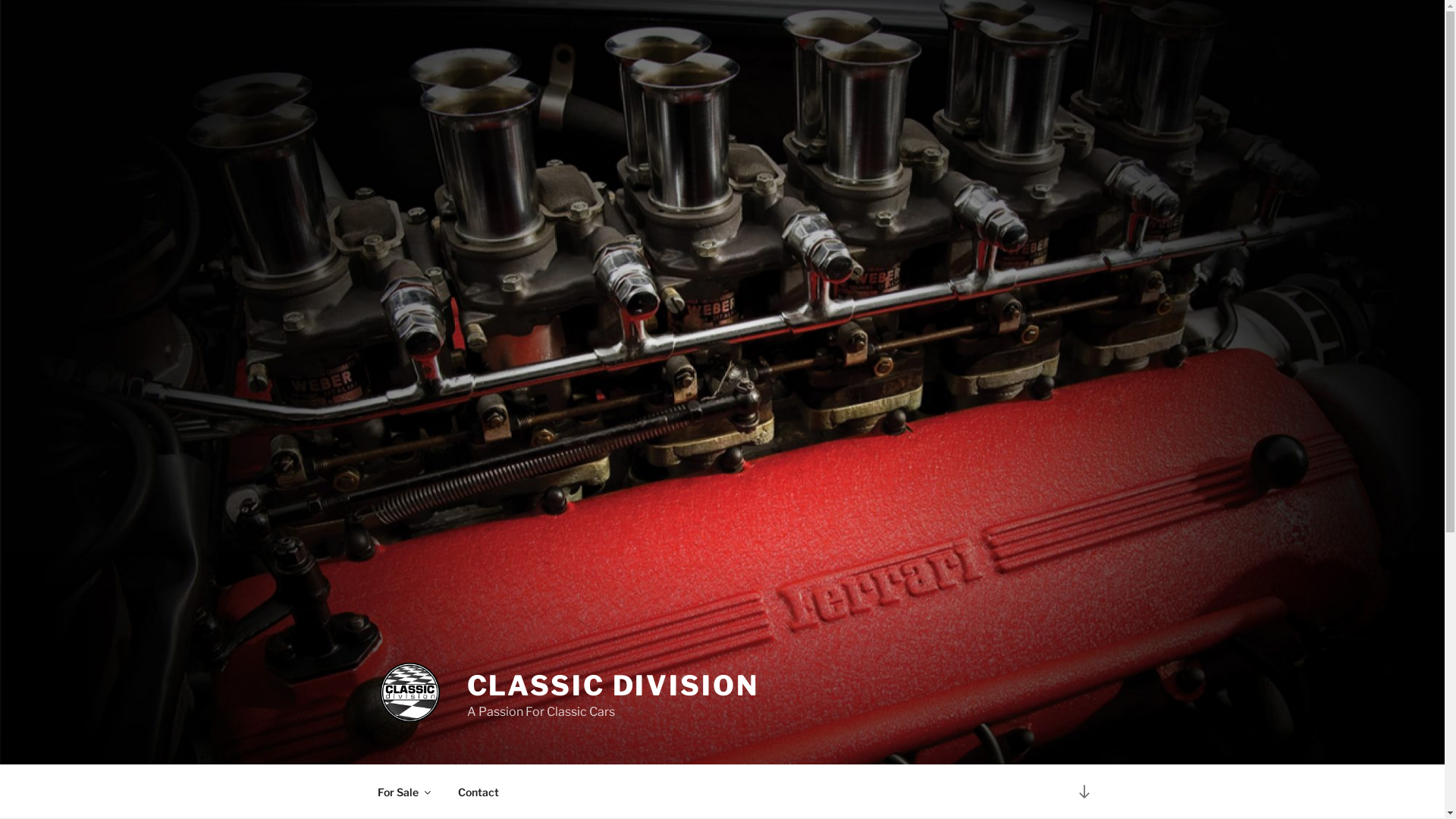  I want to click on 'Skip to content', so click(0, 0).